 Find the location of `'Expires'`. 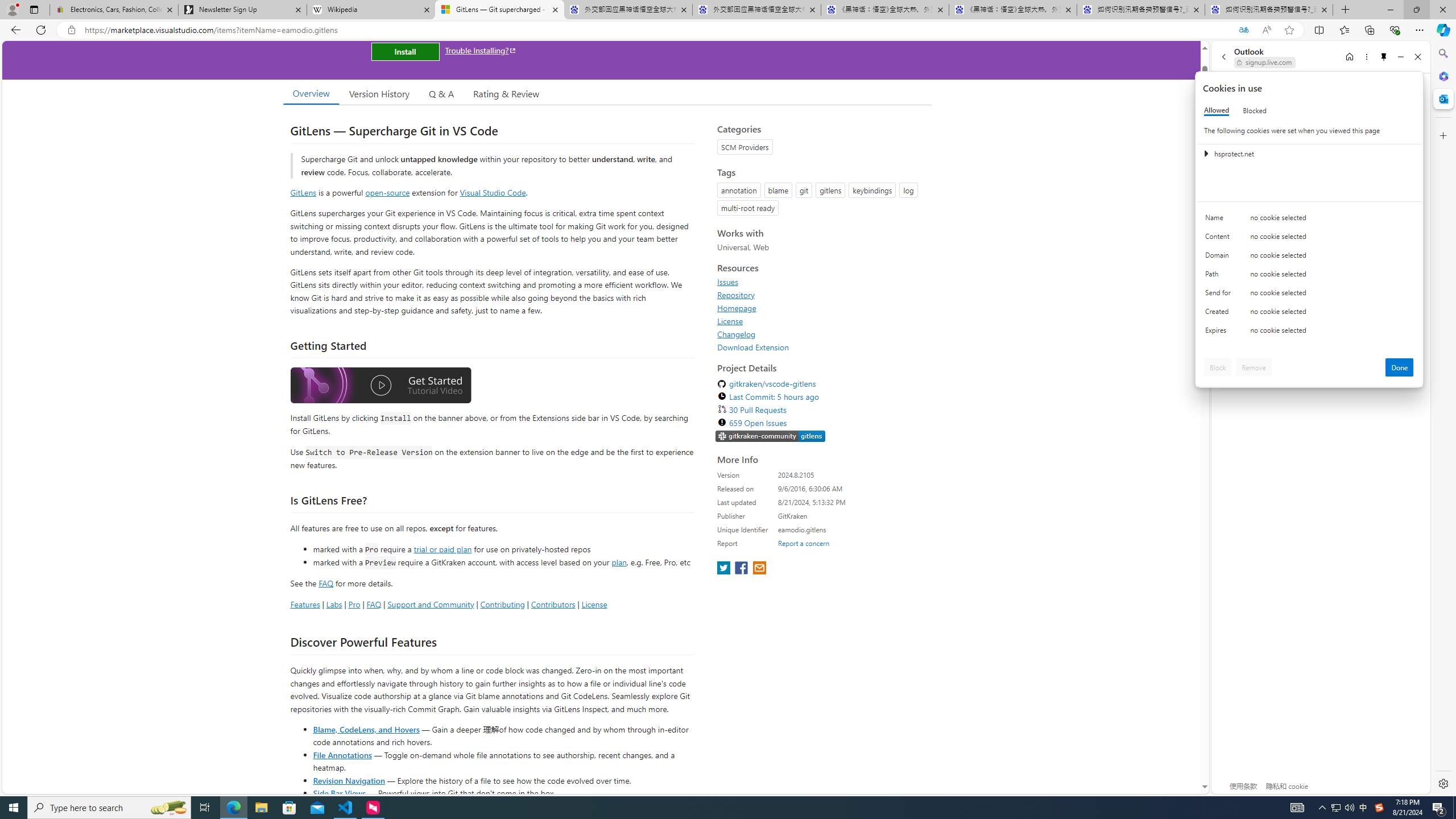

'Expires' is located at coordinates (1219, 333).